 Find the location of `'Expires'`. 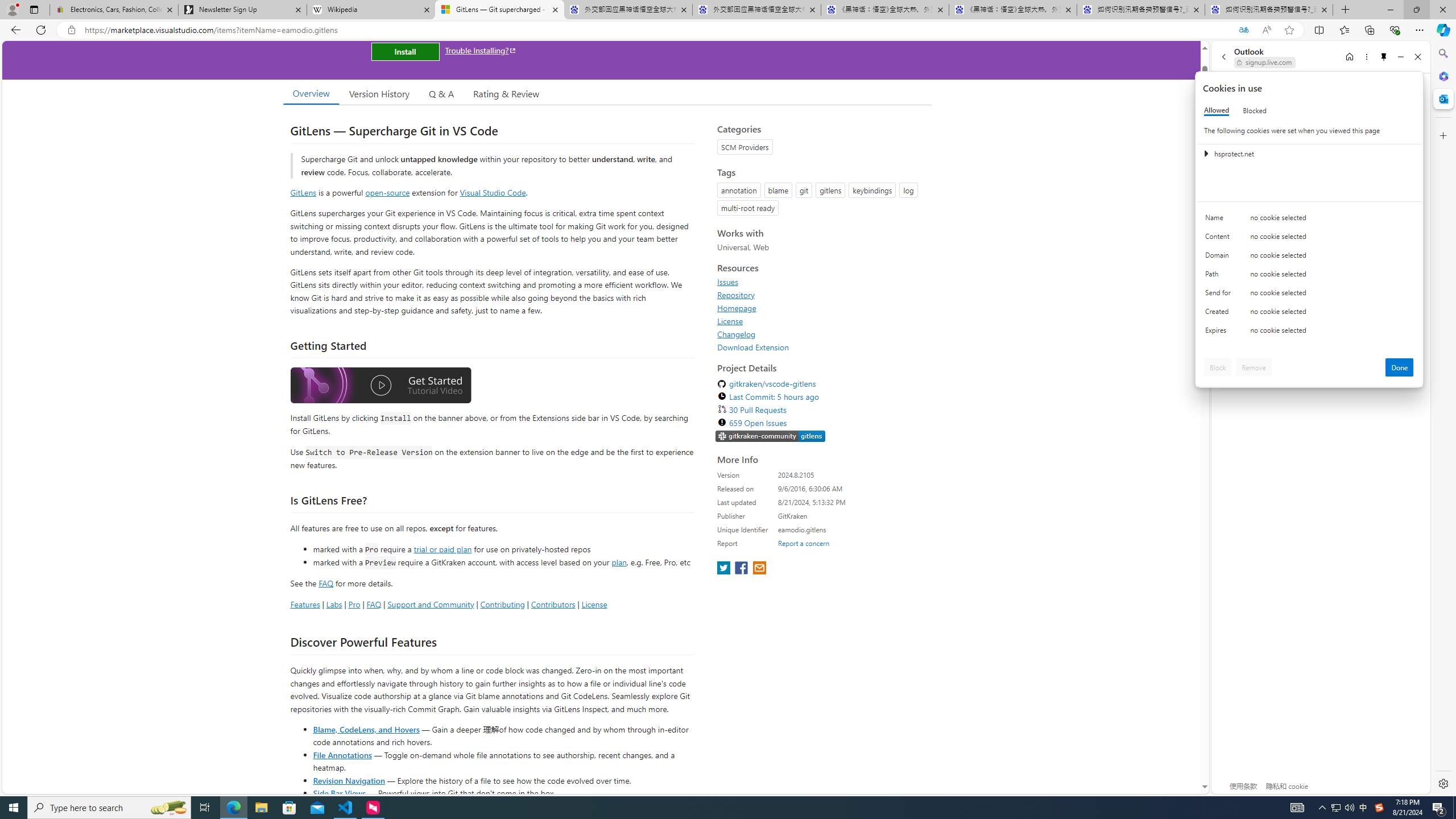

'Expires' is located at coordinates (1219, 333).